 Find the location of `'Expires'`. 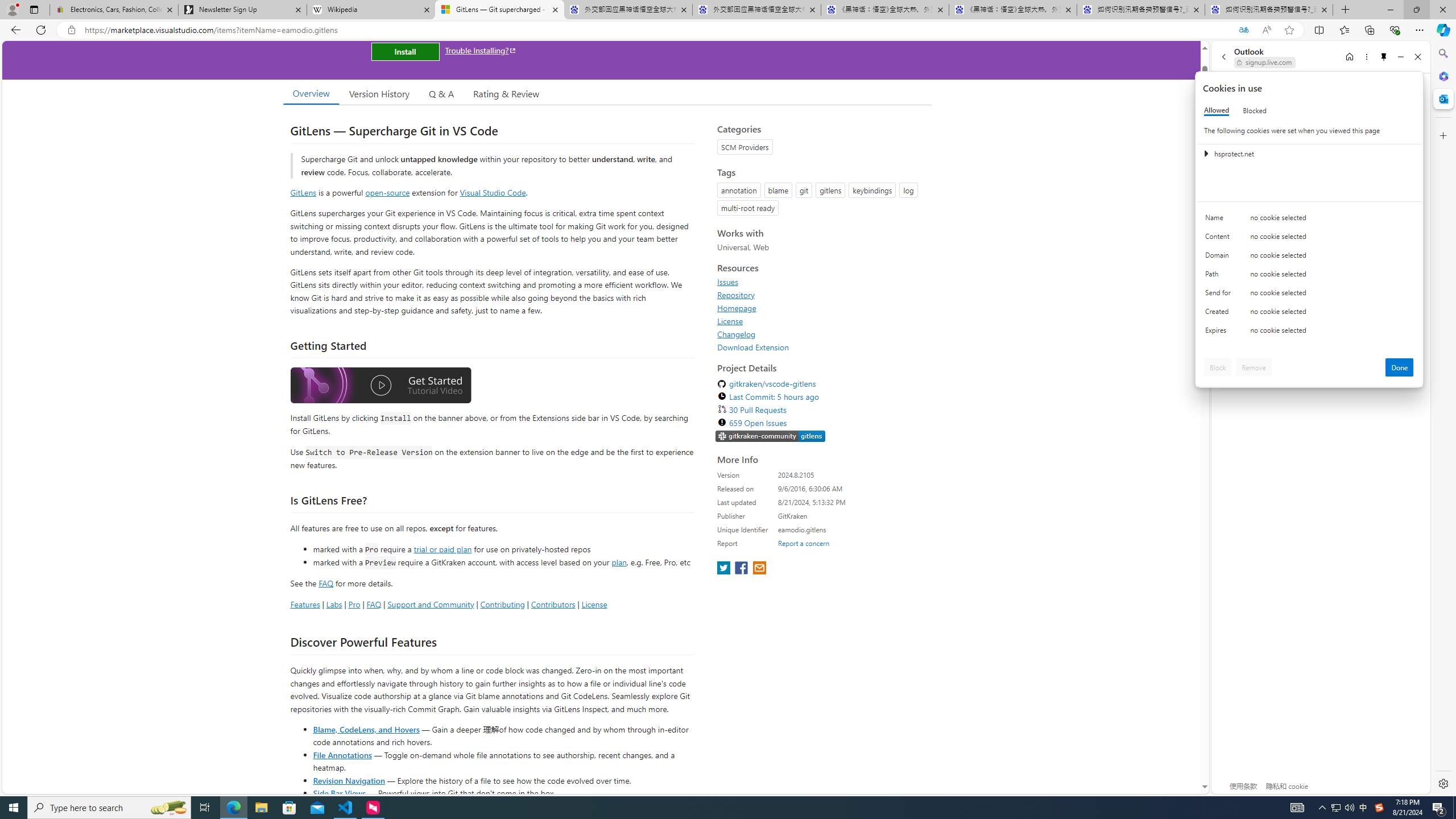

'Expires' is located at coordinates (1219, 333).